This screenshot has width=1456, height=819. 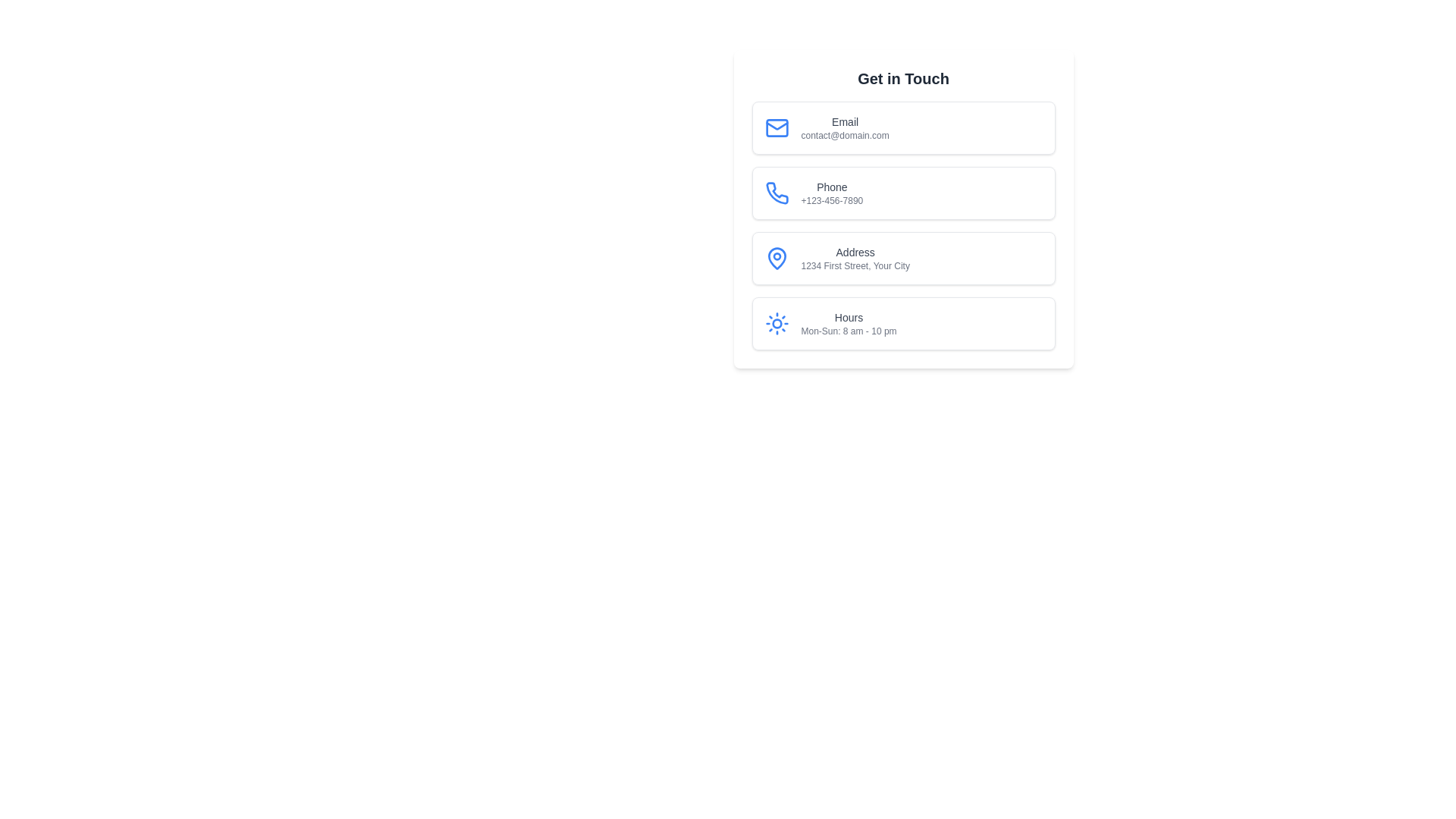 I want to click on the text label displaying '1234 First Street, Your City', which is located in the 'Get in Touch' section beneath the 'Address' label, so click(x=855, y=265).